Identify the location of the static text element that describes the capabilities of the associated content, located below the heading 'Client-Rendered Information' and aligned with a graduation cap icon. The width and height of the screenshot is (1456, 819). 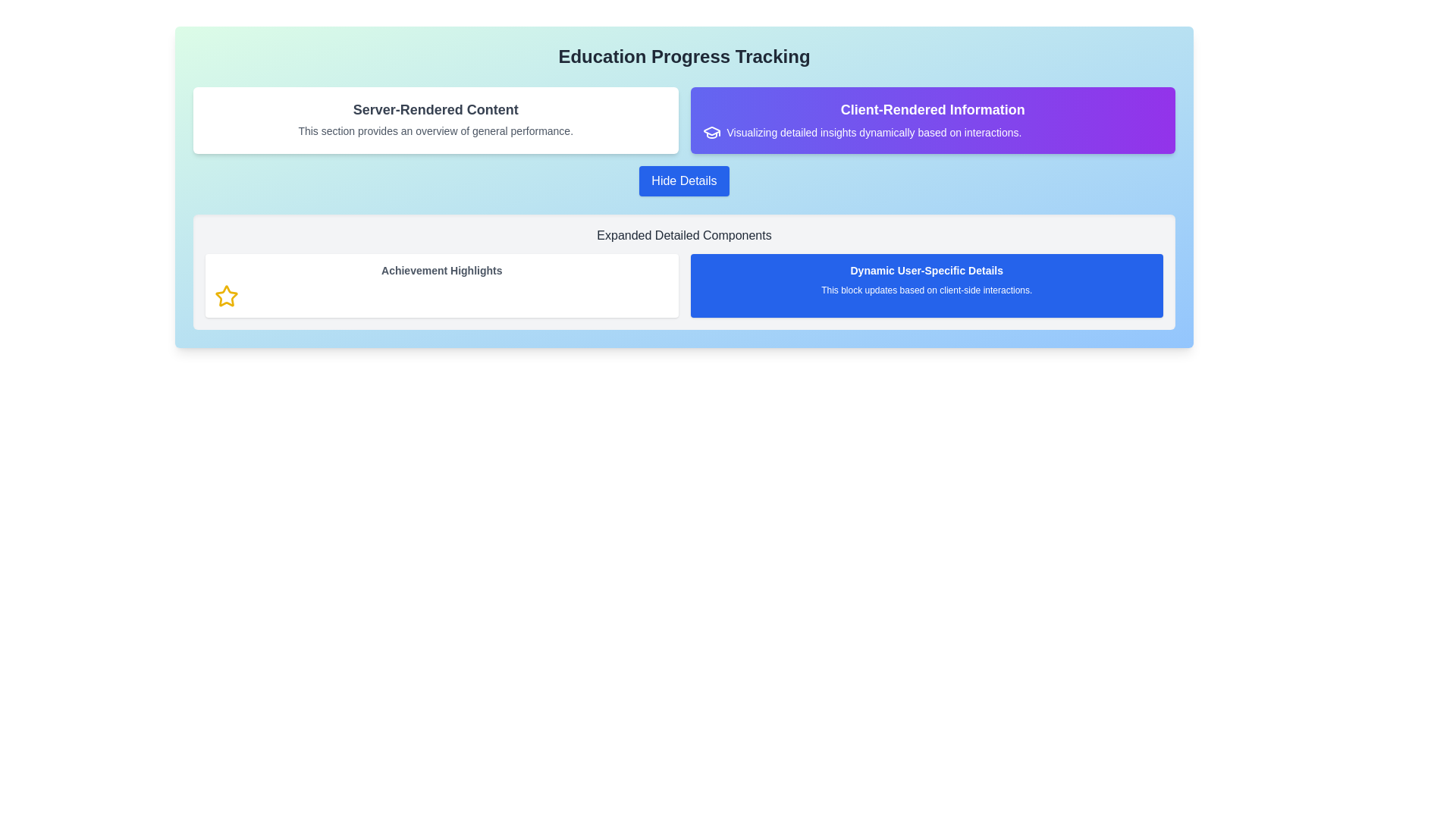
(932, 131).